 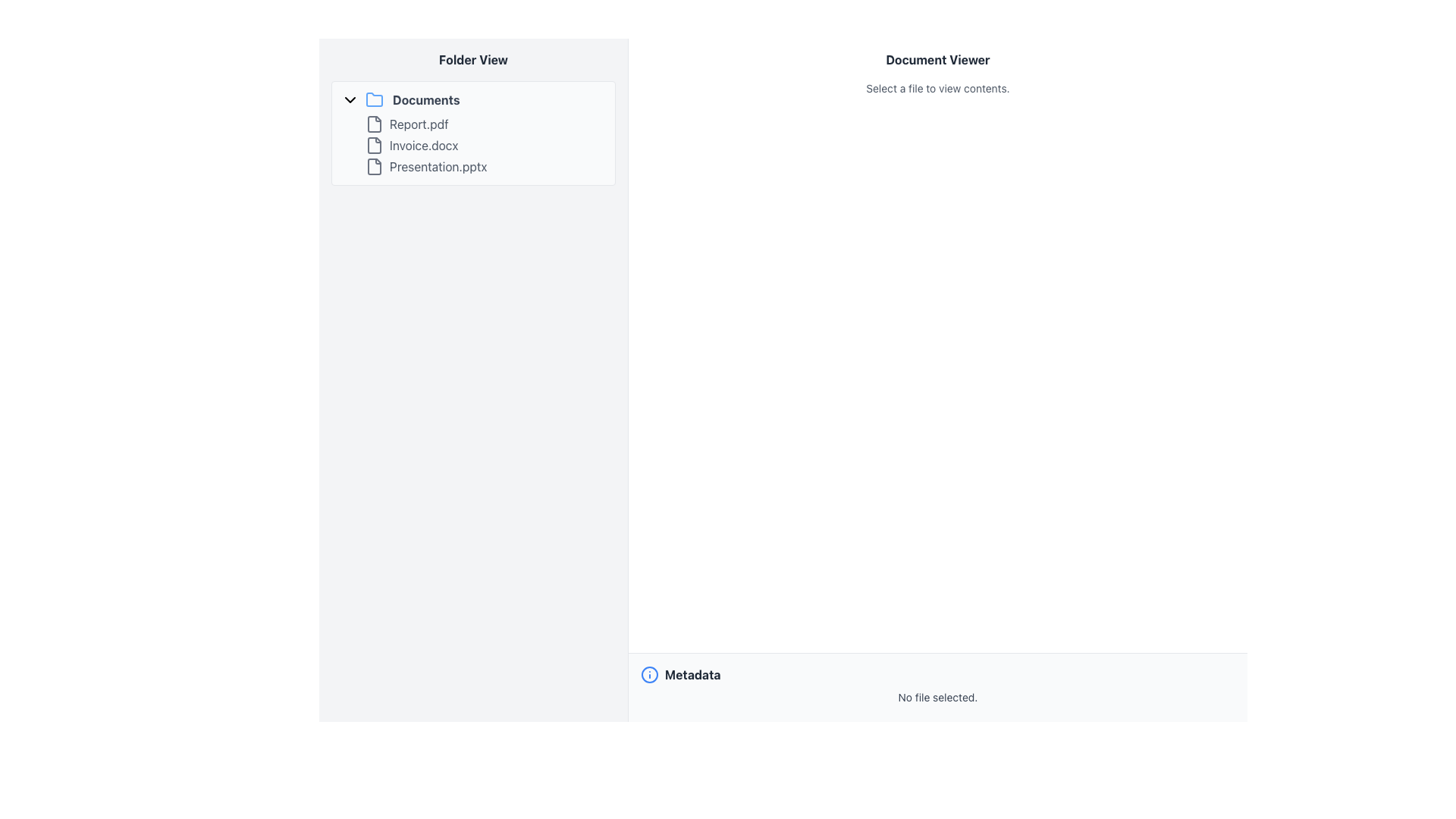 I want to click on the document file icon representing 'Invoice.docx' located in the Documents folder view panel, so click(x=375, y=146).